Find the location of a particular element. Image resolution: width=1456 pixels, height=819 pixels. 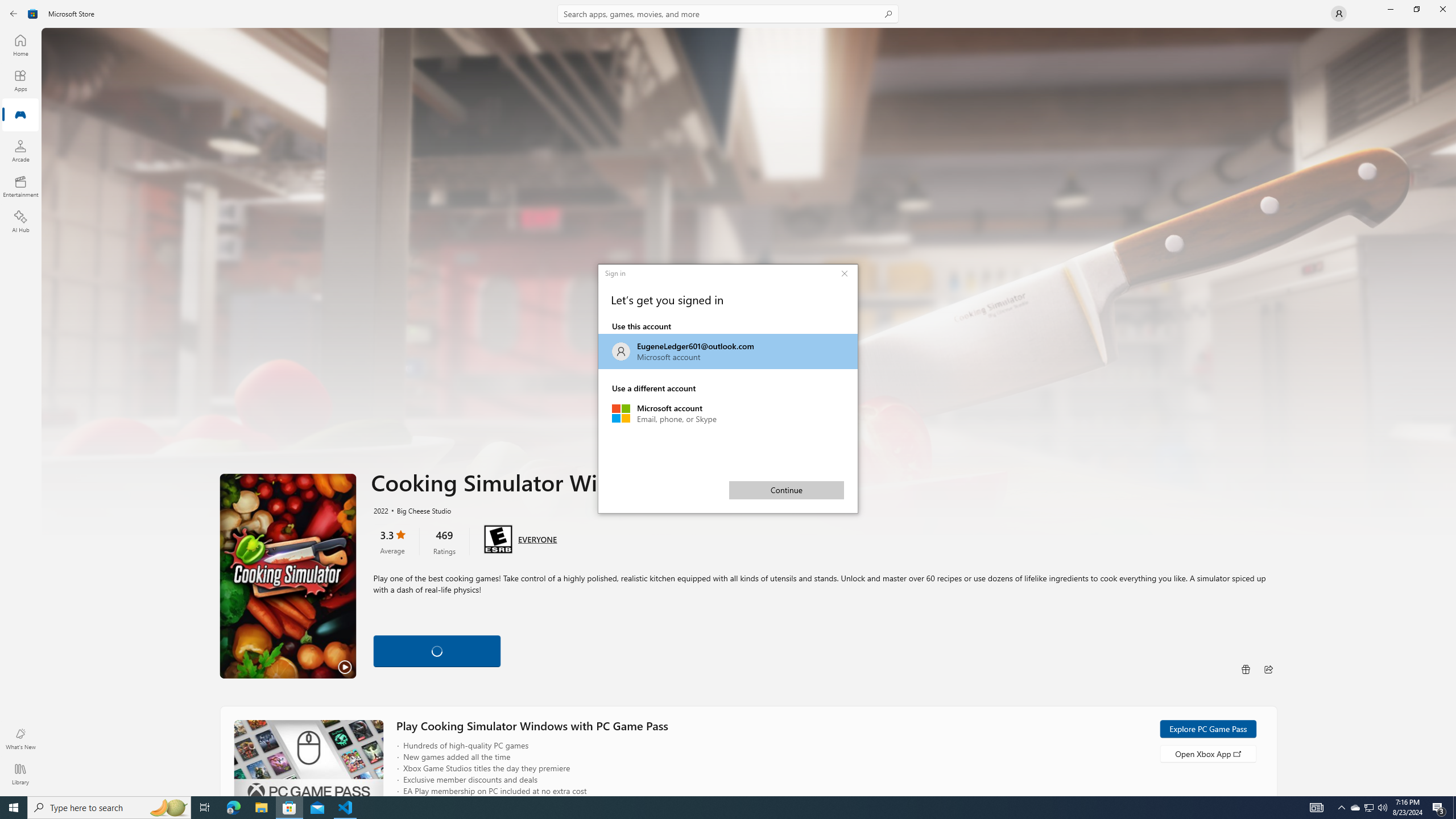

'Task View' is located at coordinates (204, 806).